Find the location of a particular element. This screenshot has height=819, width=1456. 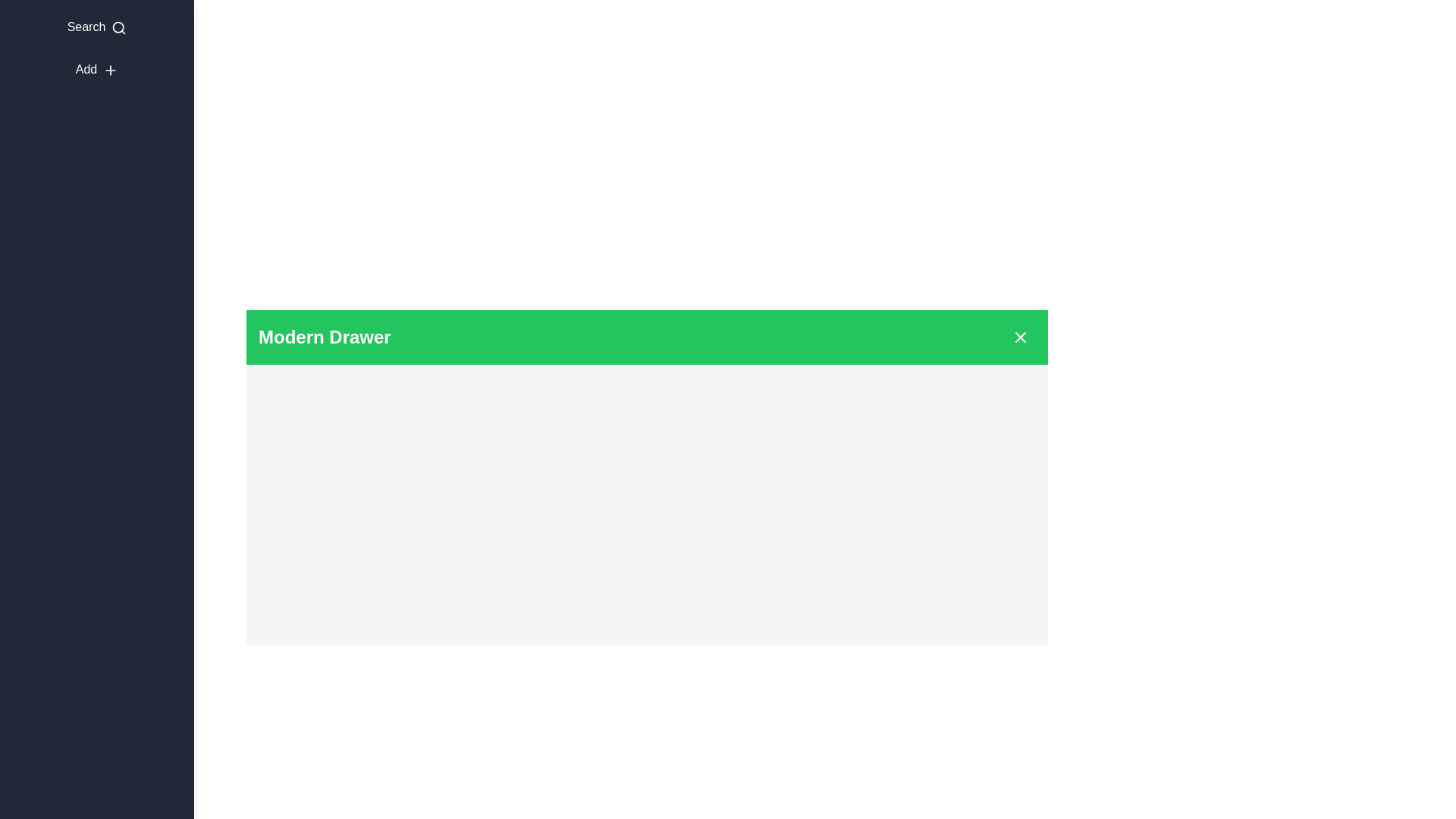

the close button located at the far right end of the green header labeled 'Modern Drawer' is located at coordinates (1020, 336).